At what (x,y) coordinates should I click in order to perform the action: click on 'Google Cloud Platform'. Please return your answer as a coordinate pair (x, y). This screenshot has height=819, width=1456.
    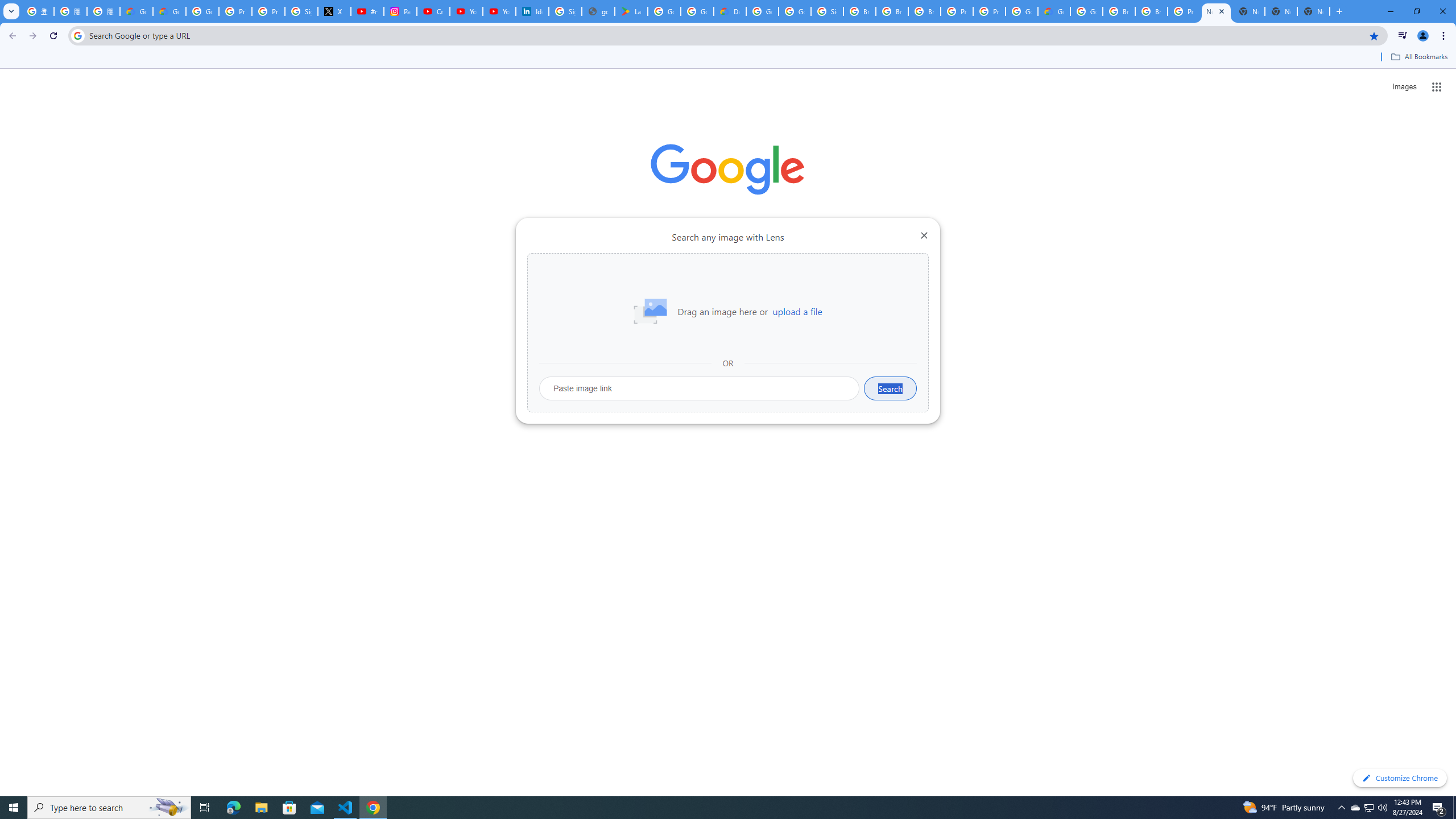
    Looking at the image, I should click on (1020, 11).